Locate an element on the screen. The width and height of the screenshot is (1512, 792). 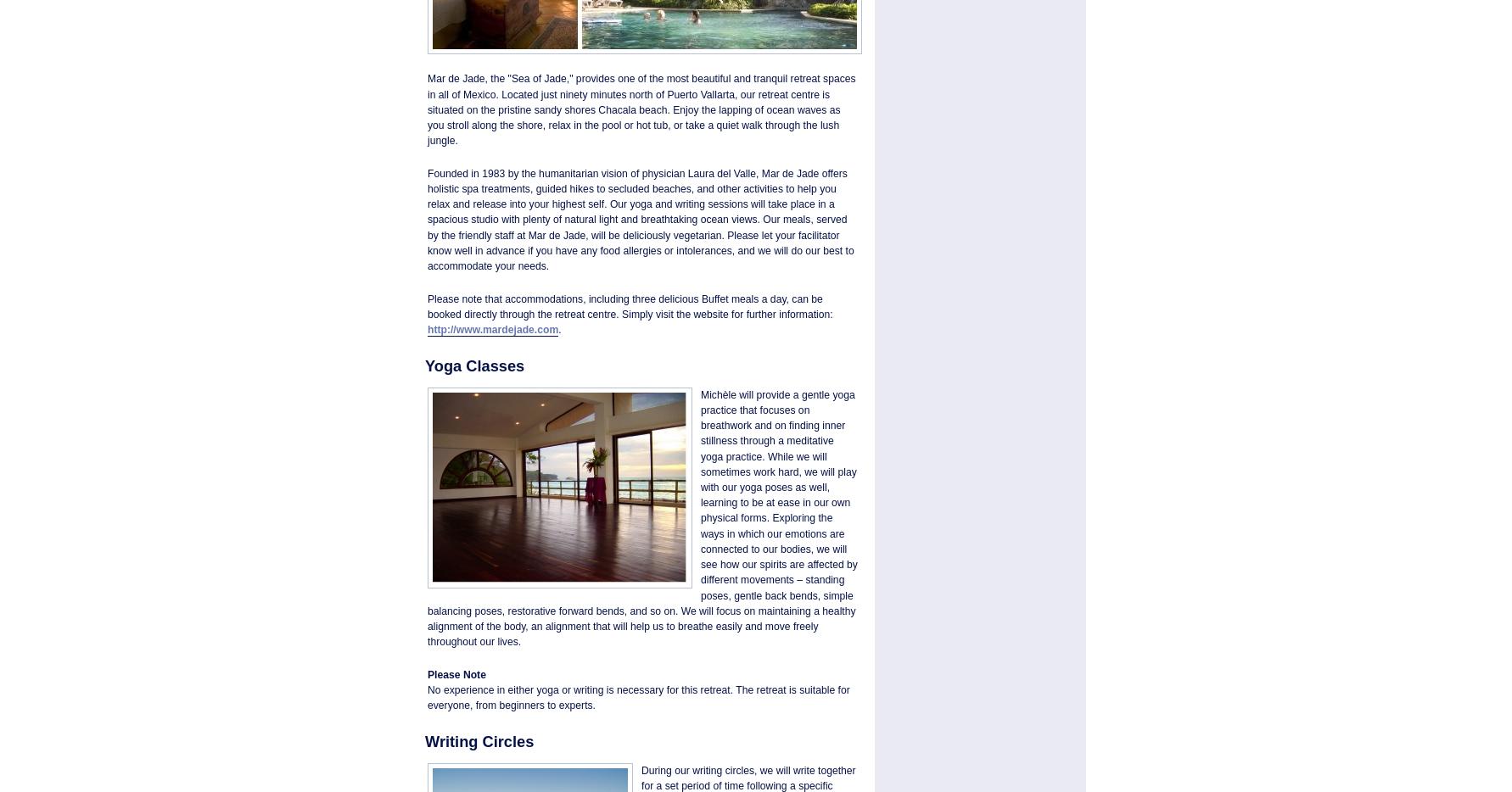
'.' is located at coordinates (558, 327).